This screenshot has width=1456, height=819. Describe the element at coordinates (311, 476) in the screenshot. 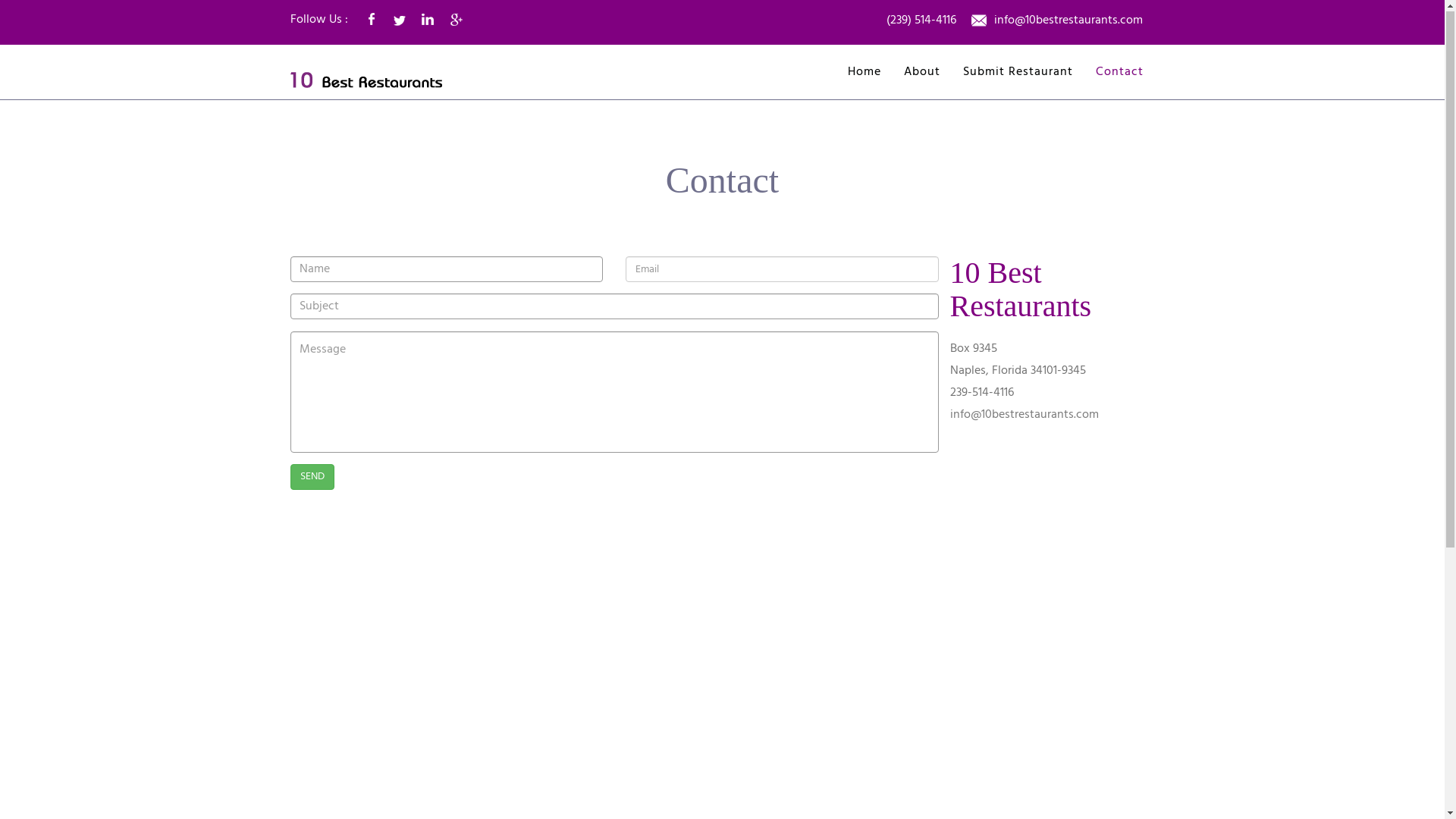

I see `'SEND'` at that location.